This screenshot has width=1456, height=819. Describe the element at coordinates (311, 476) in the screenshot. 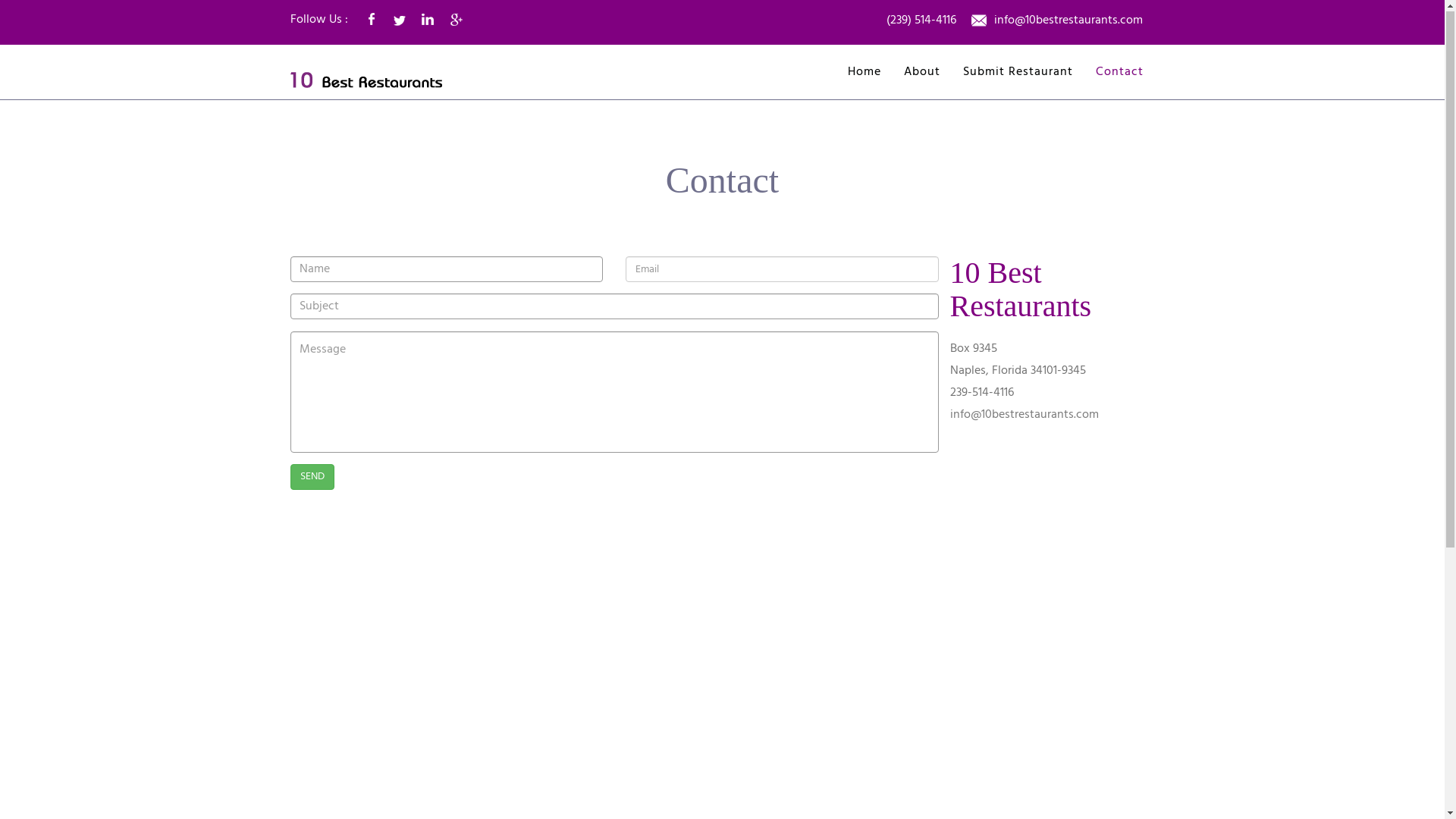

I see `'SEND'` at that location.